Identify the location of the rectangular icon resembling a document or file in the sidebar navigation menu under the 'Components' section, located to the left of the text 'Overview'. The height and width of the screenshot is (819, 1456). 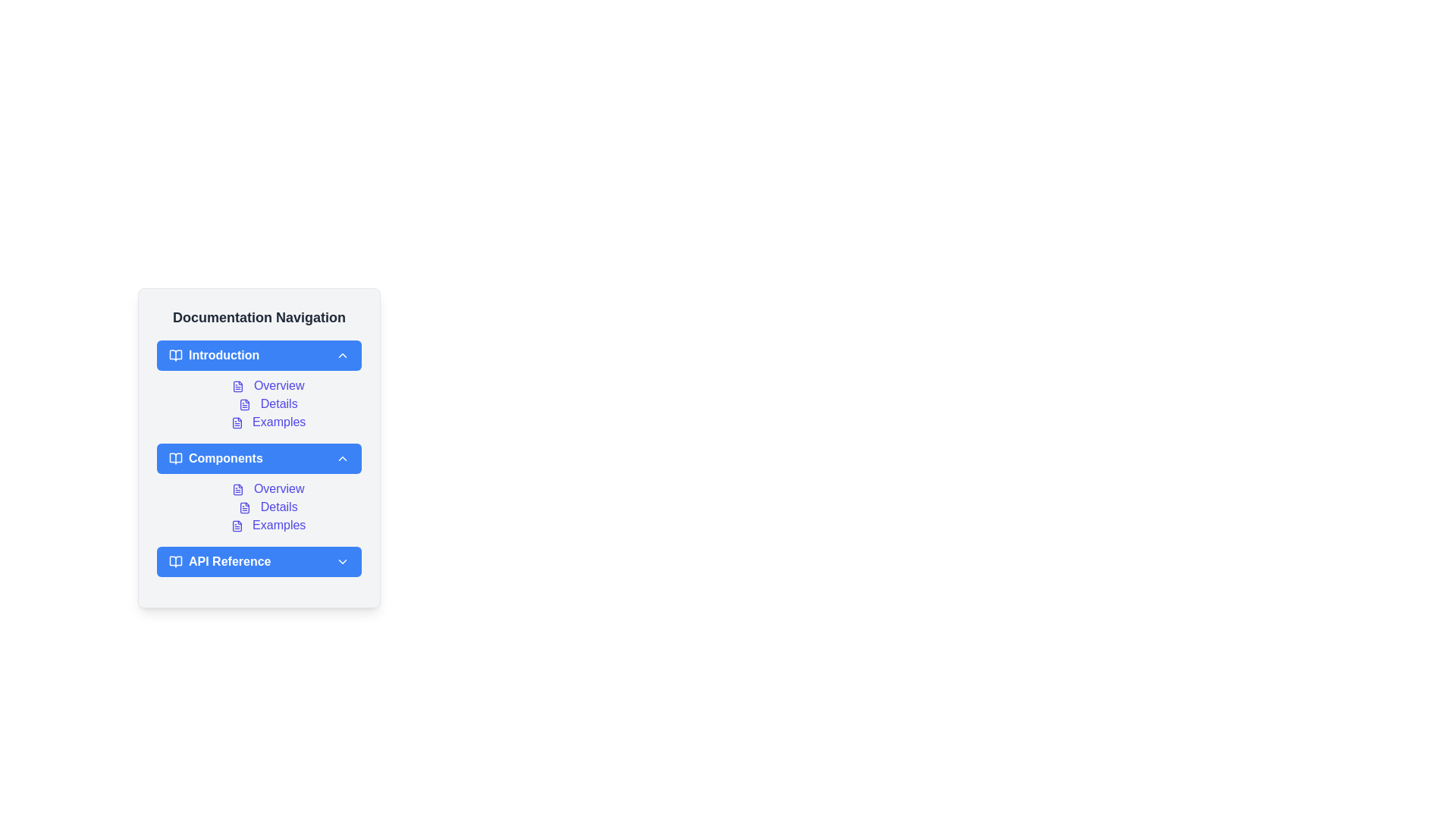
(237, 489).